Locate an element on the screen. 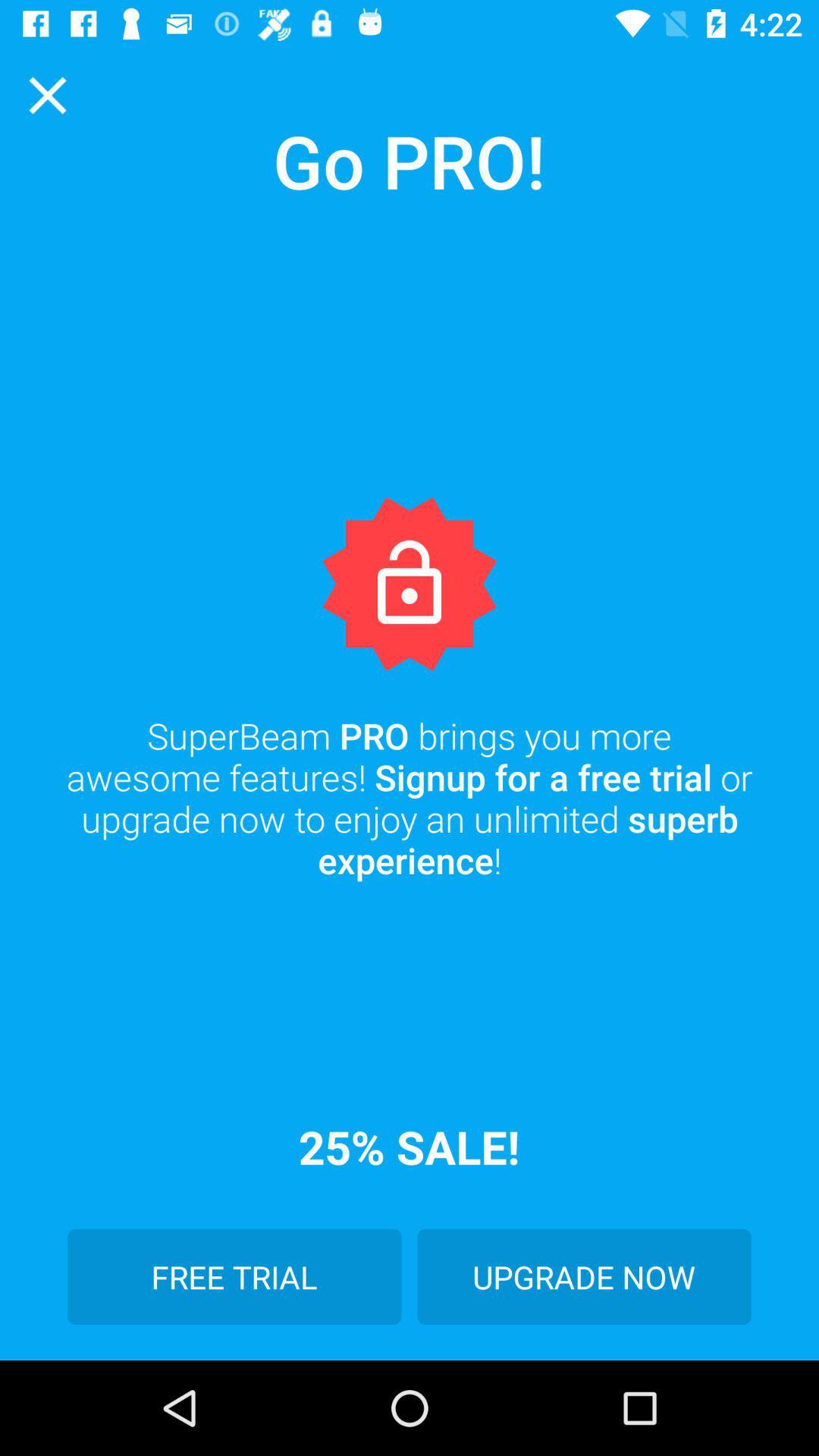  icon at the top left corner is located at coordinates (46, 94).